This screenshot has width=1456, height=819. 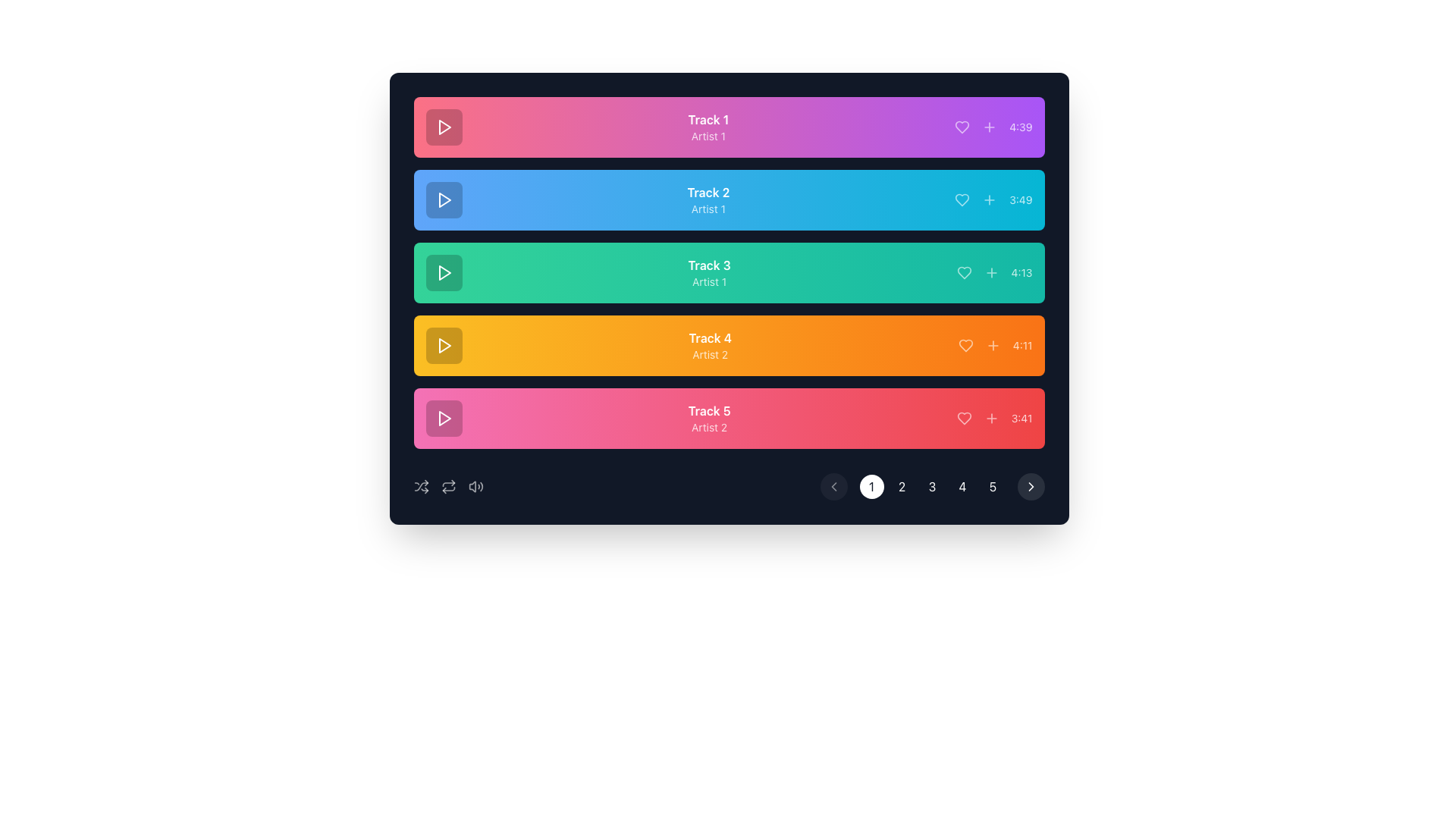 I want to click on the first list item in the playlist interface, which features a pink-to-purple gradient background, displaying 'Track 1' and 'Artist 1', along with play, heart, and plus icons, so click(x=729, y=127).